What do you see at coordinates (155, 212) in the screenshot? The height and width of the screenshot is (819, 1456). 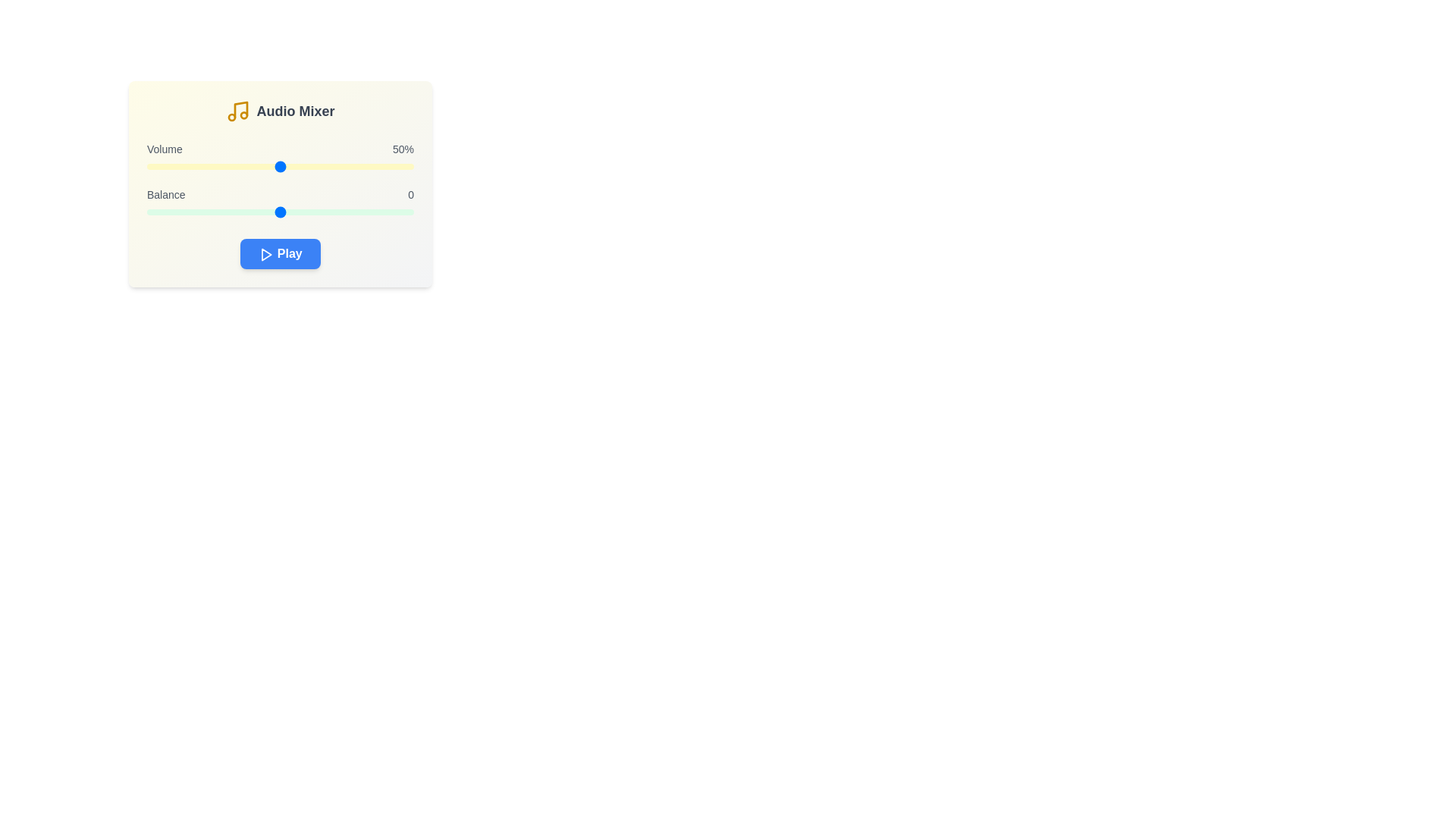 I see `balance` at bounding box center [155, 212].